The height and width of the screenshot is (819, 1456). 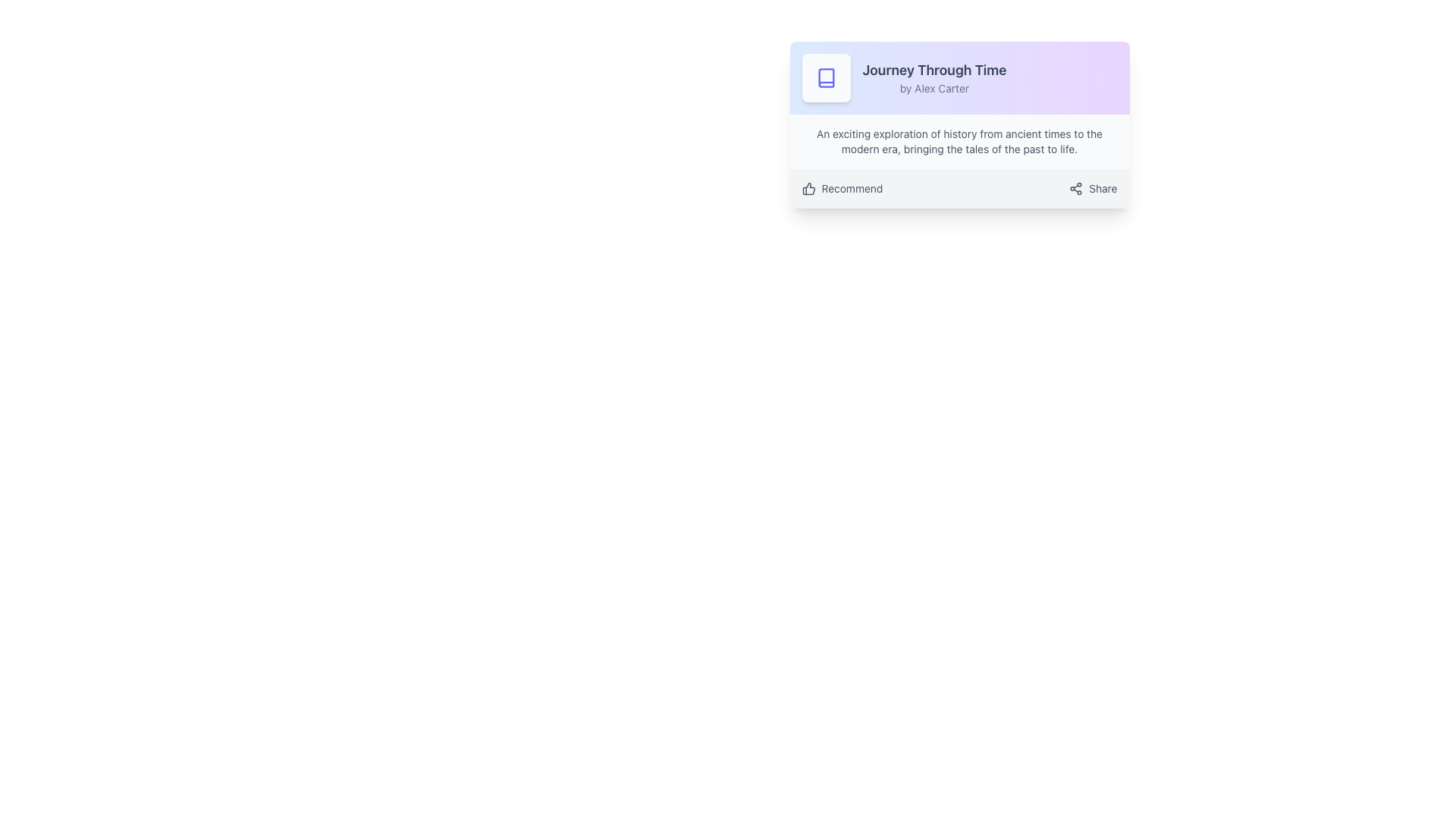 What do you see at coordinates (959, 78) in the screenshot?
I see `the center of the informational display panel titled 'Journey Through Time' for potential interactions` at bounding box center [959, 78].